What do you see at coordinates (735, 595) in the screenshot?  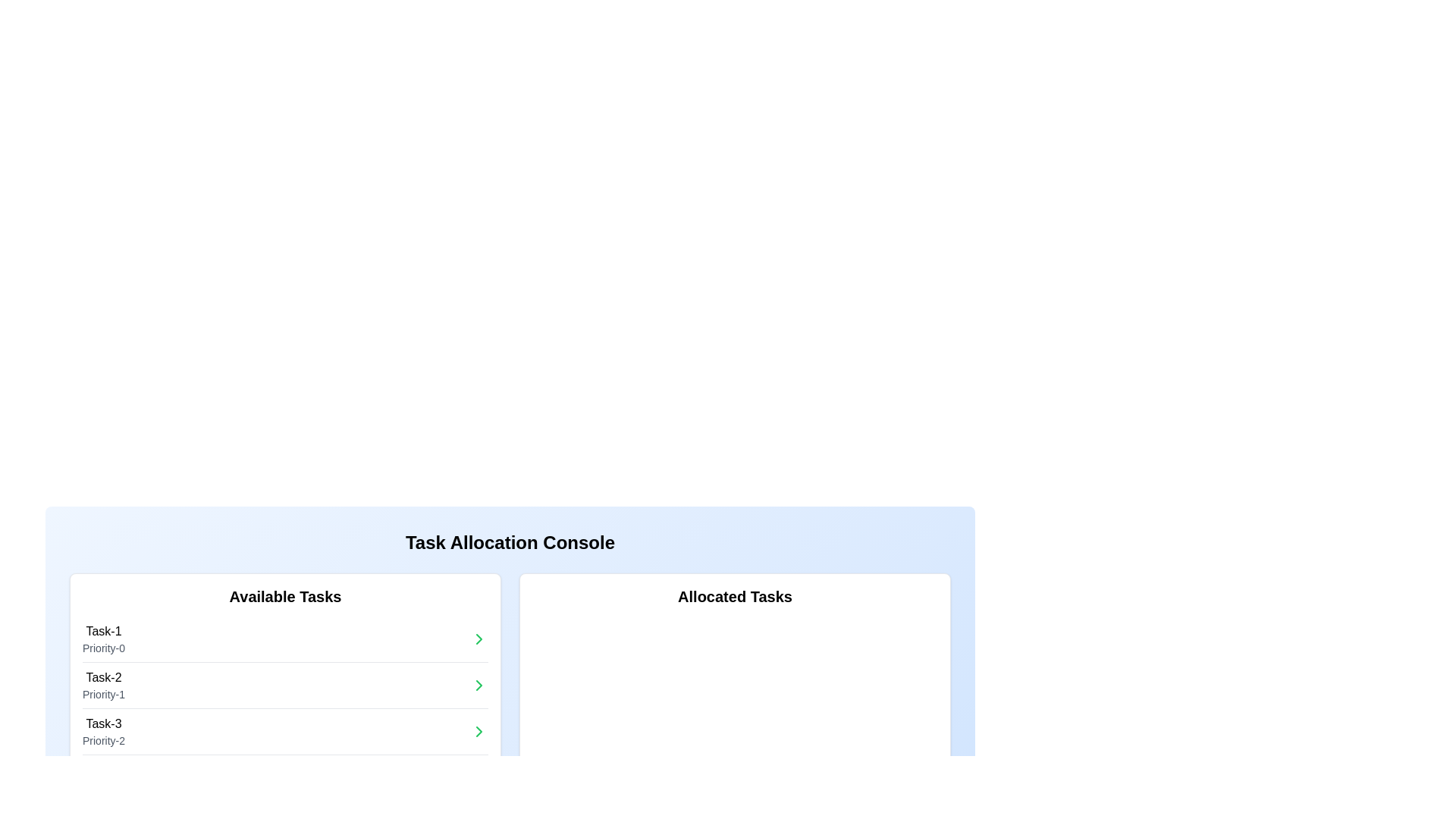 I see `the bold static text reading 'Allocated Tasks'` at bounding box center [735, 595].